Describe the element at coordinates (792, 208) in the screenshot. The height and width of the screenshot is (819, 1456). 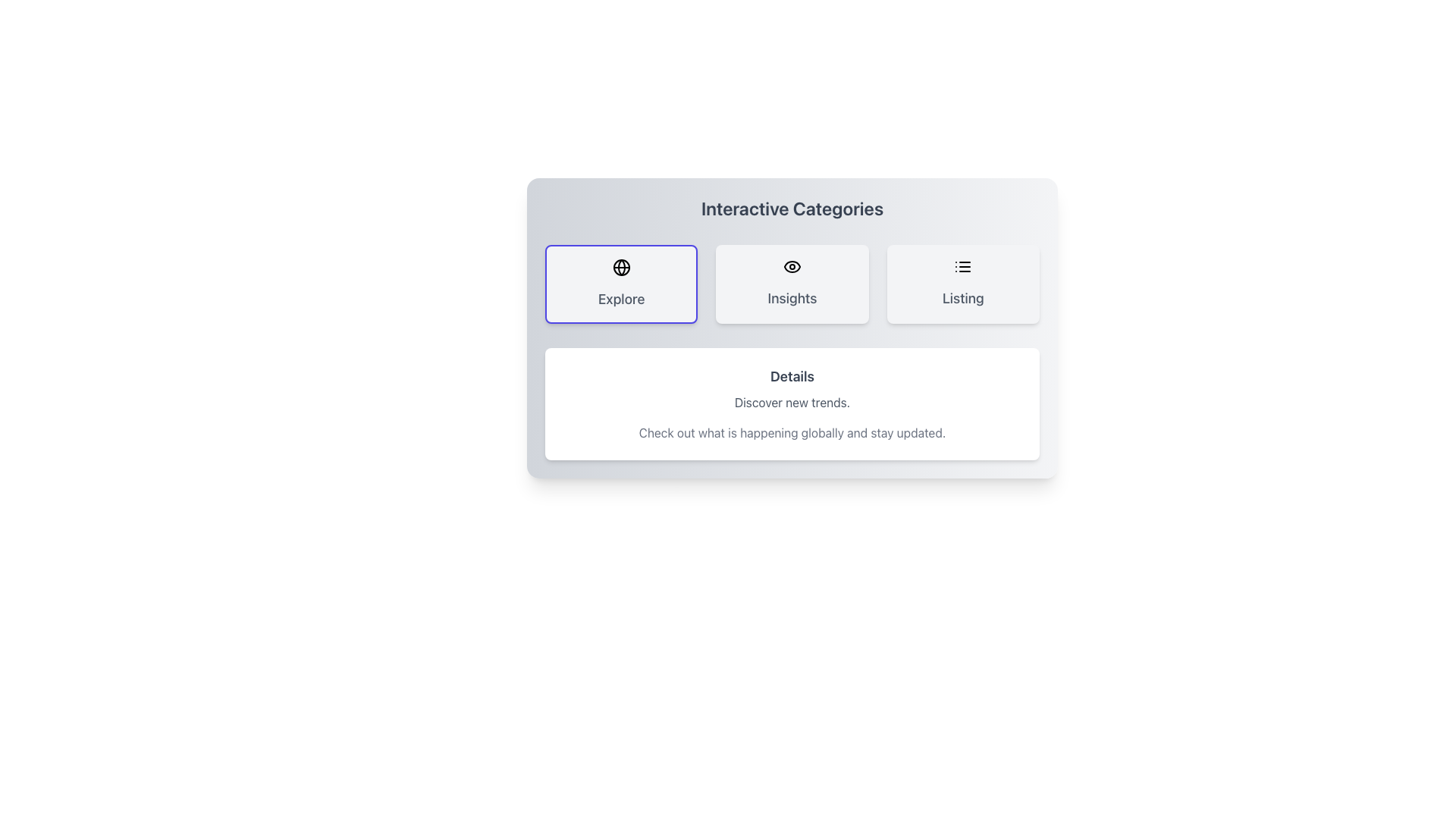
I see `the text label that serves as a section title, indicating the topic or category of the content below it, positioned at the top of the content card layout` at that location.